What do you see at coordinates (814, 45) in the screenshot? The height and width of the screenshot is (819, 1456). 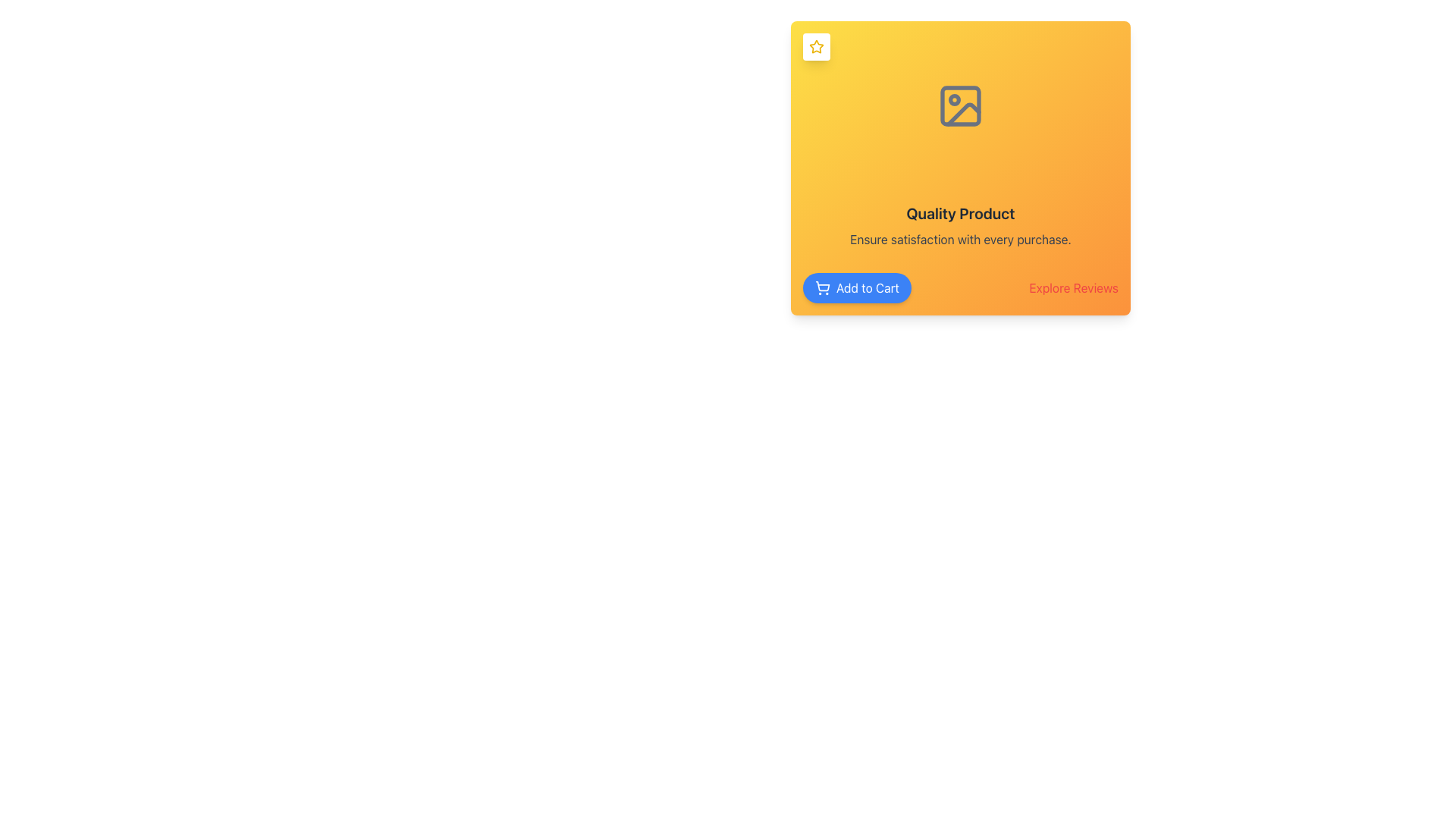 I see `the yellow star-shaped icon located at the top-left corner of the primary card, positioned above the title and image` at bounding box center [814, 45].